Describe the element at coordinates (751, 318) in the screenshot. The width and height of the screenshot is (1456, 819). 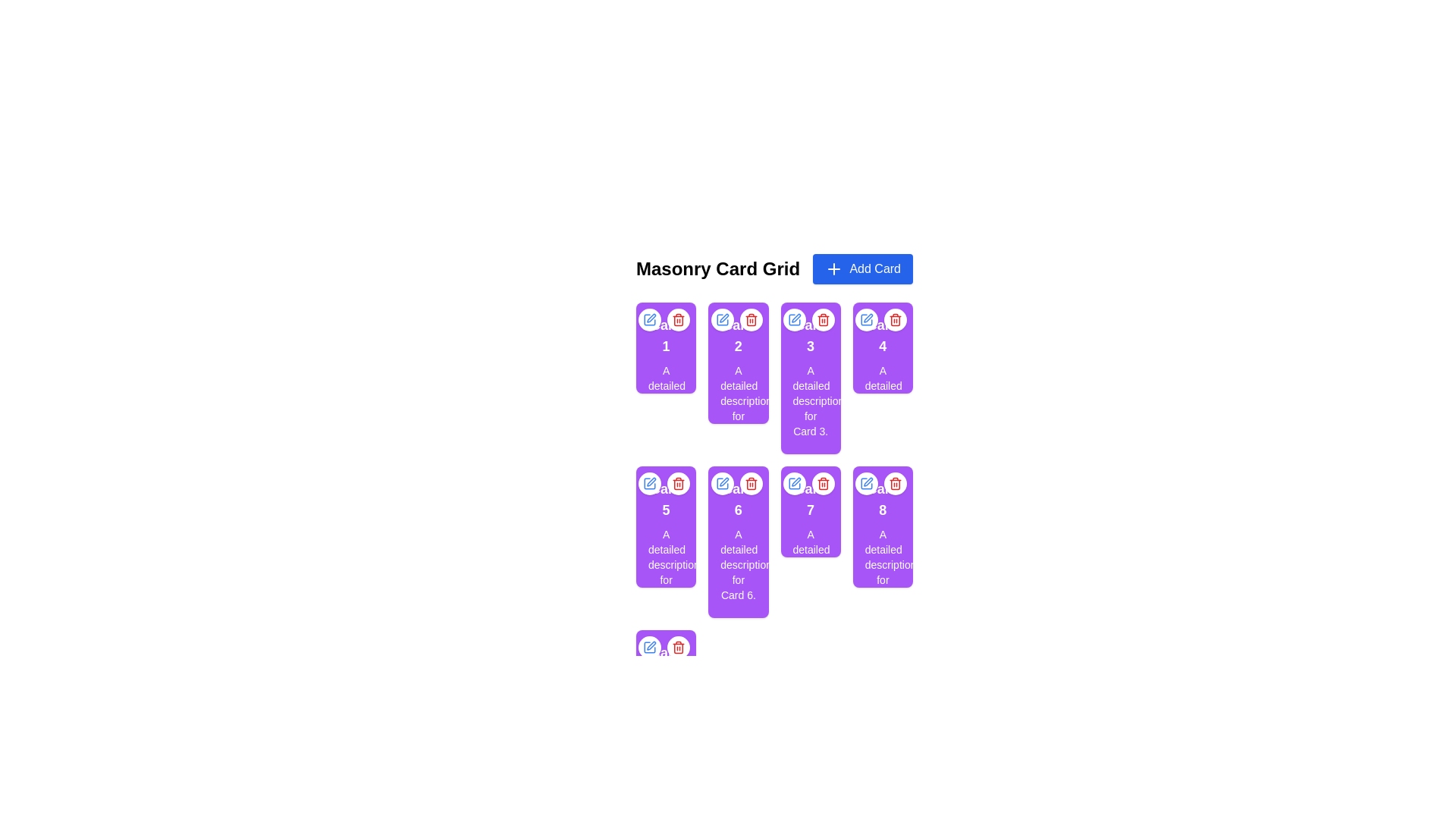
I see `the delete button icon located within a circular button at the top of card '2' in the masonry layout grid` at that location.